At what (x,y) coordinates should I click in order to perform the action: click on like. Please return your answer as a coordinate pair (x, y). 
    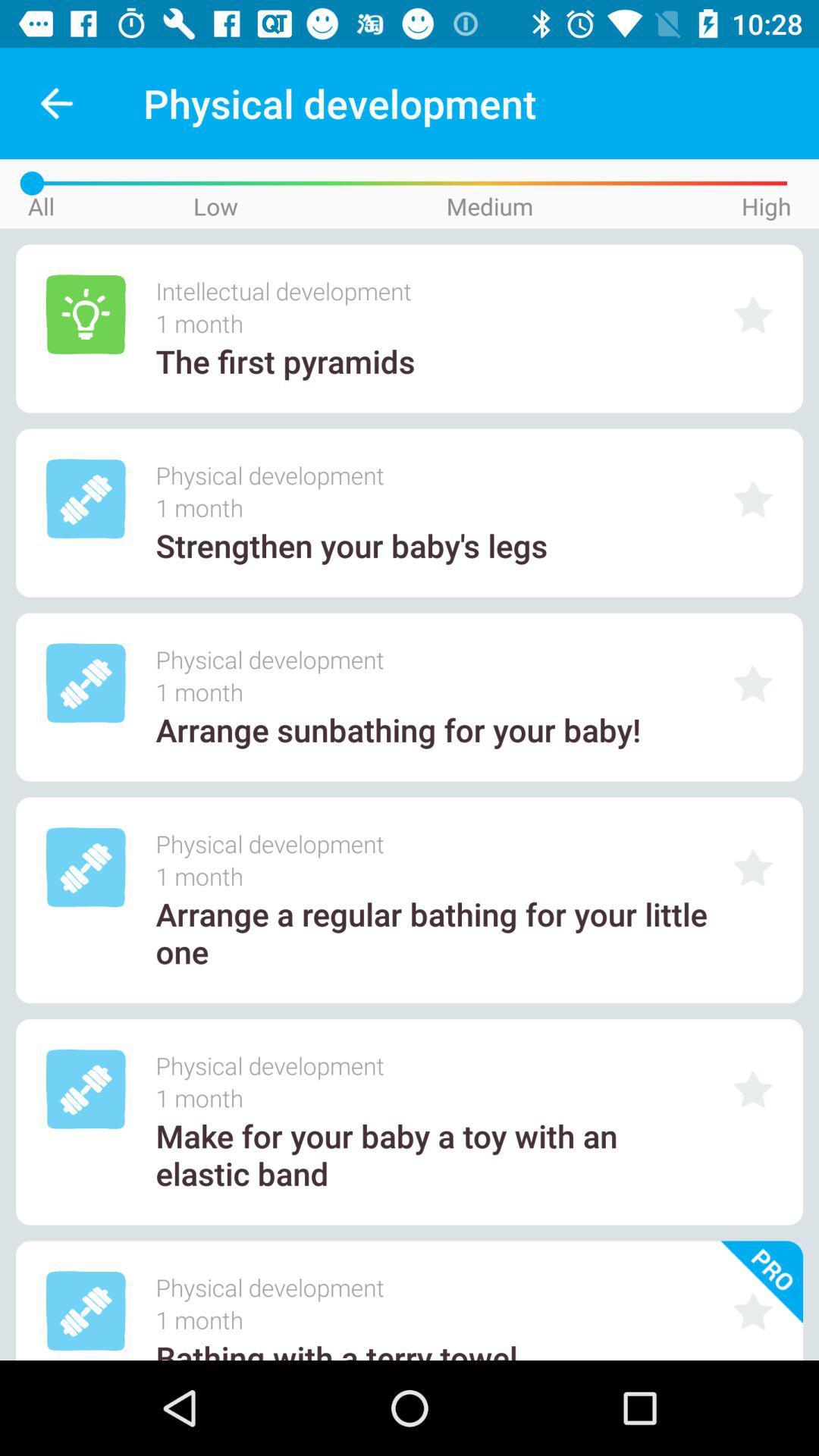
    Looking at the image, I should click on (753, 499).